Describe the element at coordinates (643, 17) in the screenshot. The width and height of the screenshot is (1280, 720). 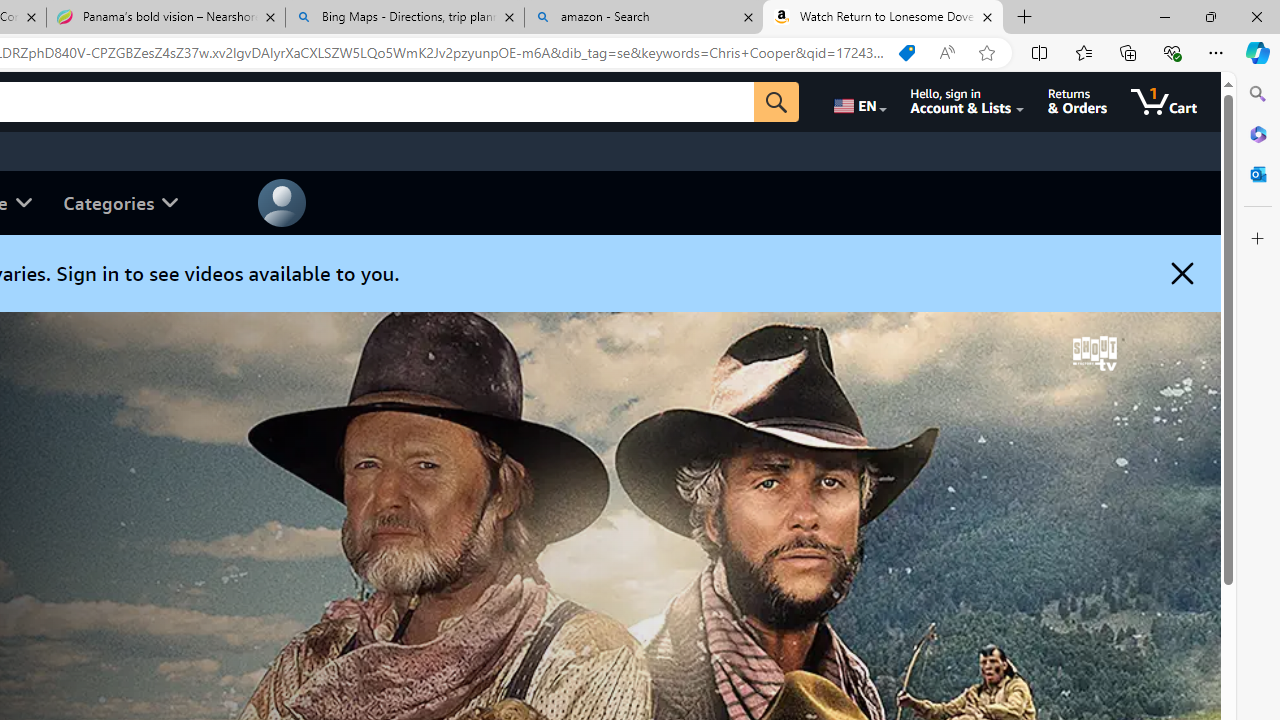
I see `'amazon - Search'` at that location.